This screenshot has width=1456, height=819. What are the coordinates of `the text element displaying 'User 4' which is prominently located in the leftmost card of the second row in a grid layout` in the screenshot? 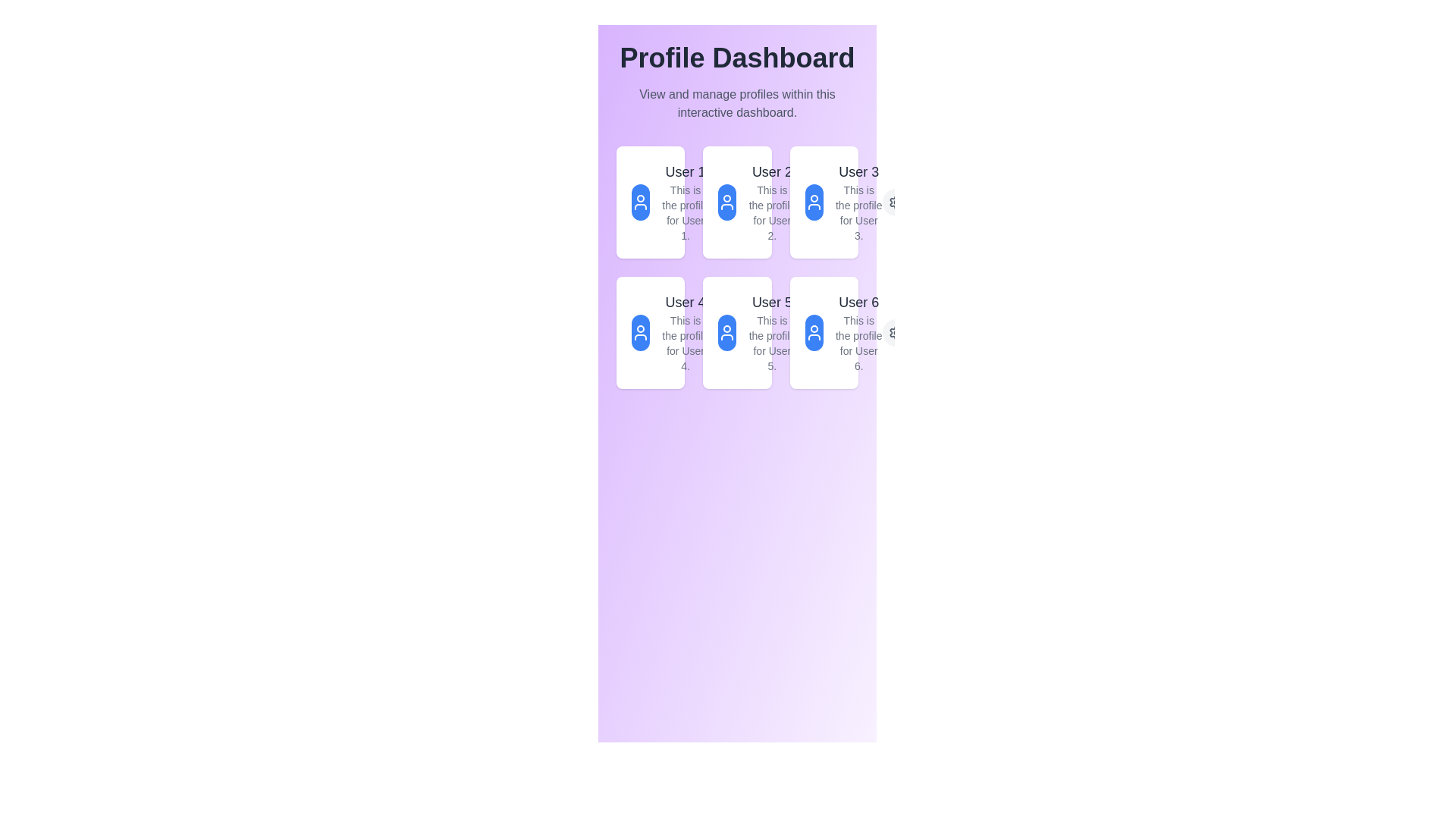 It's located at (685, 302).